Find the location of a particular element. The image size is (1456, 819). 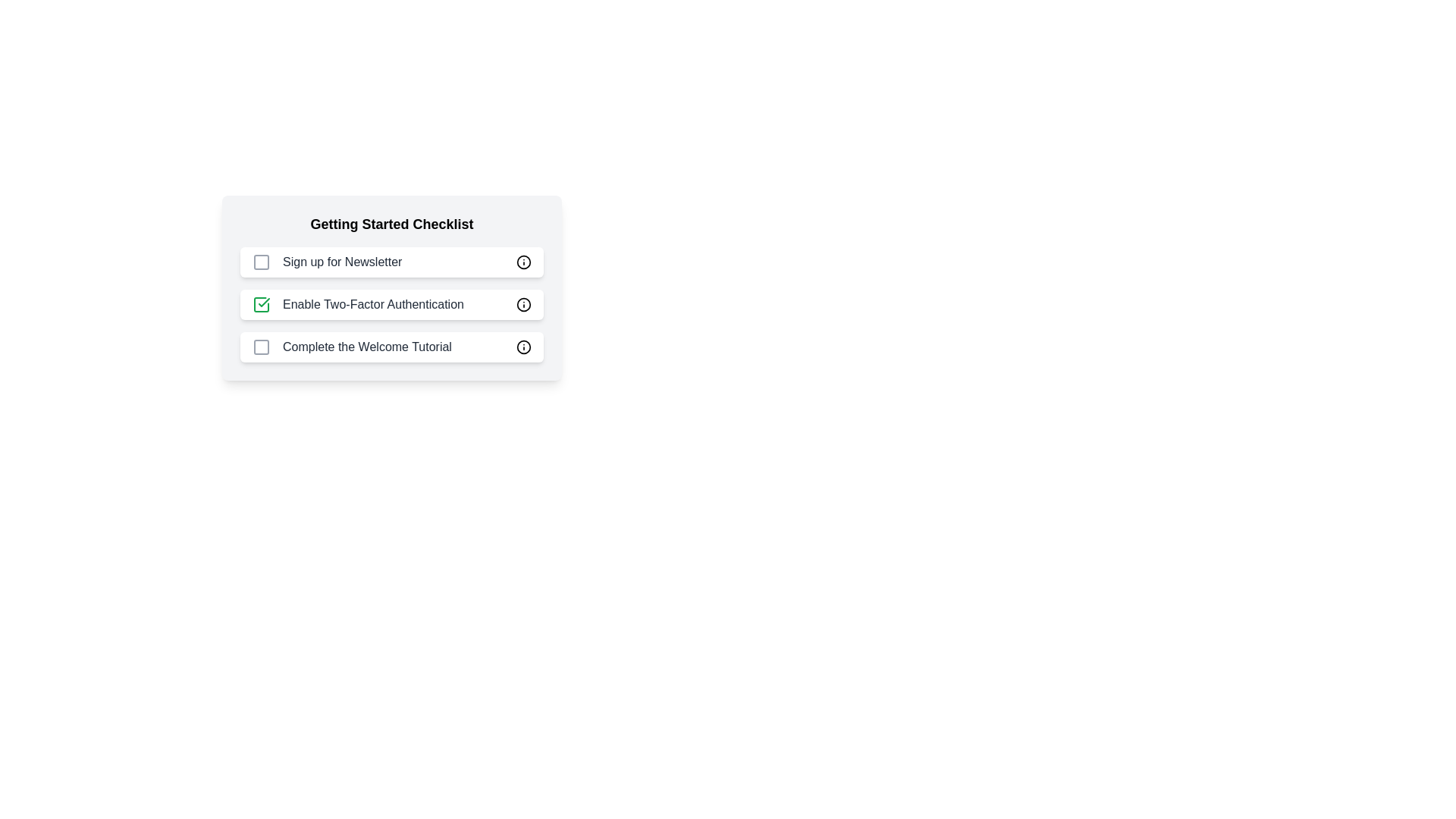

the circular information icon located to the right of the 'Enable Two-Factor Authentication' text is located at coordinates (524, 304).